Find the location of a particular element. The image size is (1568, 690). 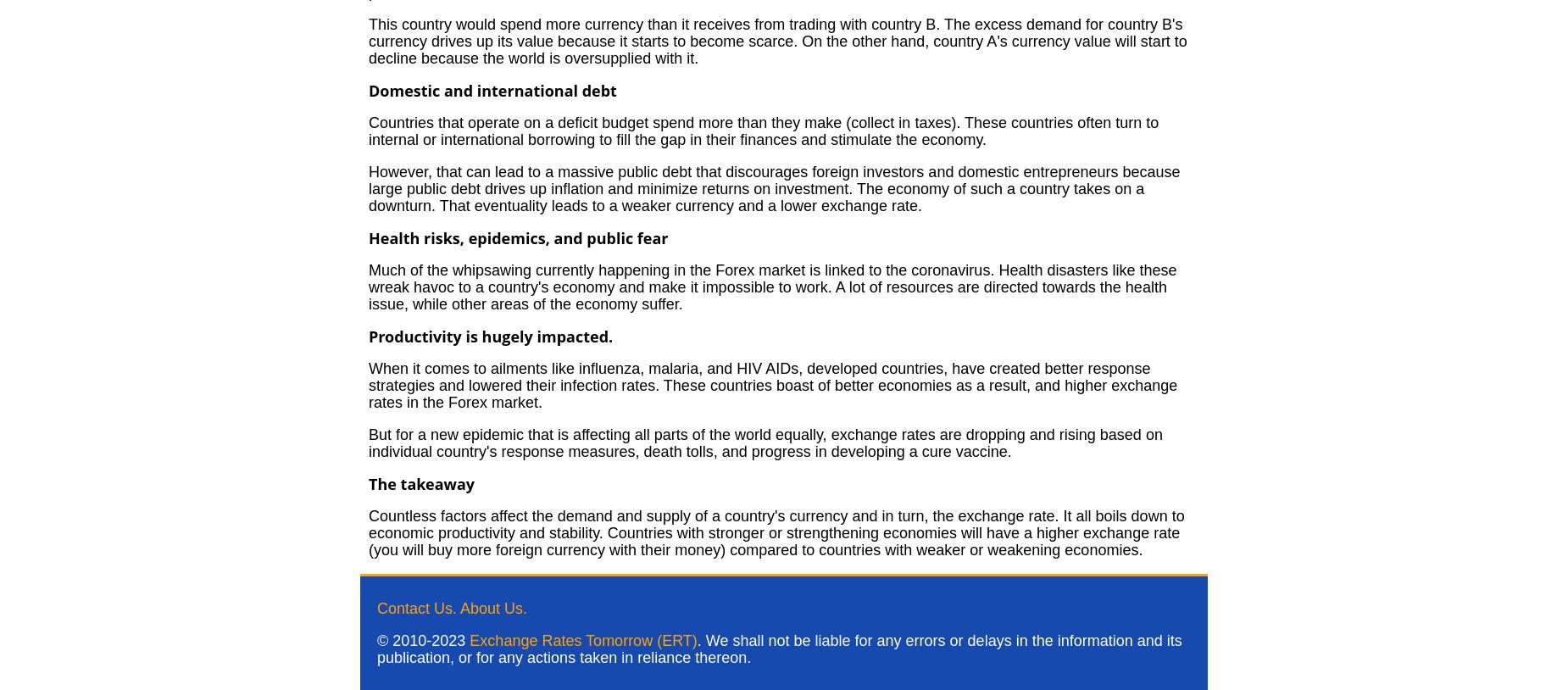

'Much of the whipsawing currently happening in the Forex market is linked to the coronavirus. Health disasters like these wreak havoc to a country's economy and make it impossible to work. A lot of resources are directed towards the health issue, while other areas of the economy suffer.' is located at coordinates (772, 287).